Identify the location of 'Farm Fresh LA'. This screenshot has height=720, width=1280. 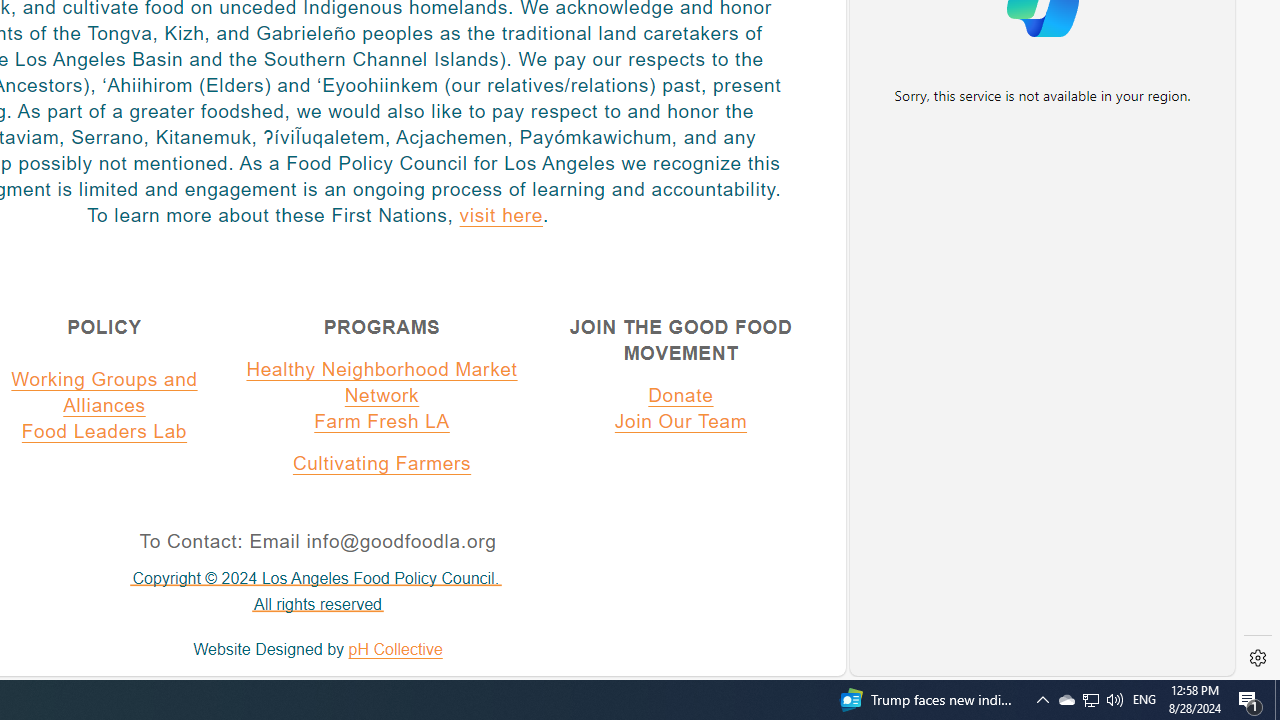
(382, 420).